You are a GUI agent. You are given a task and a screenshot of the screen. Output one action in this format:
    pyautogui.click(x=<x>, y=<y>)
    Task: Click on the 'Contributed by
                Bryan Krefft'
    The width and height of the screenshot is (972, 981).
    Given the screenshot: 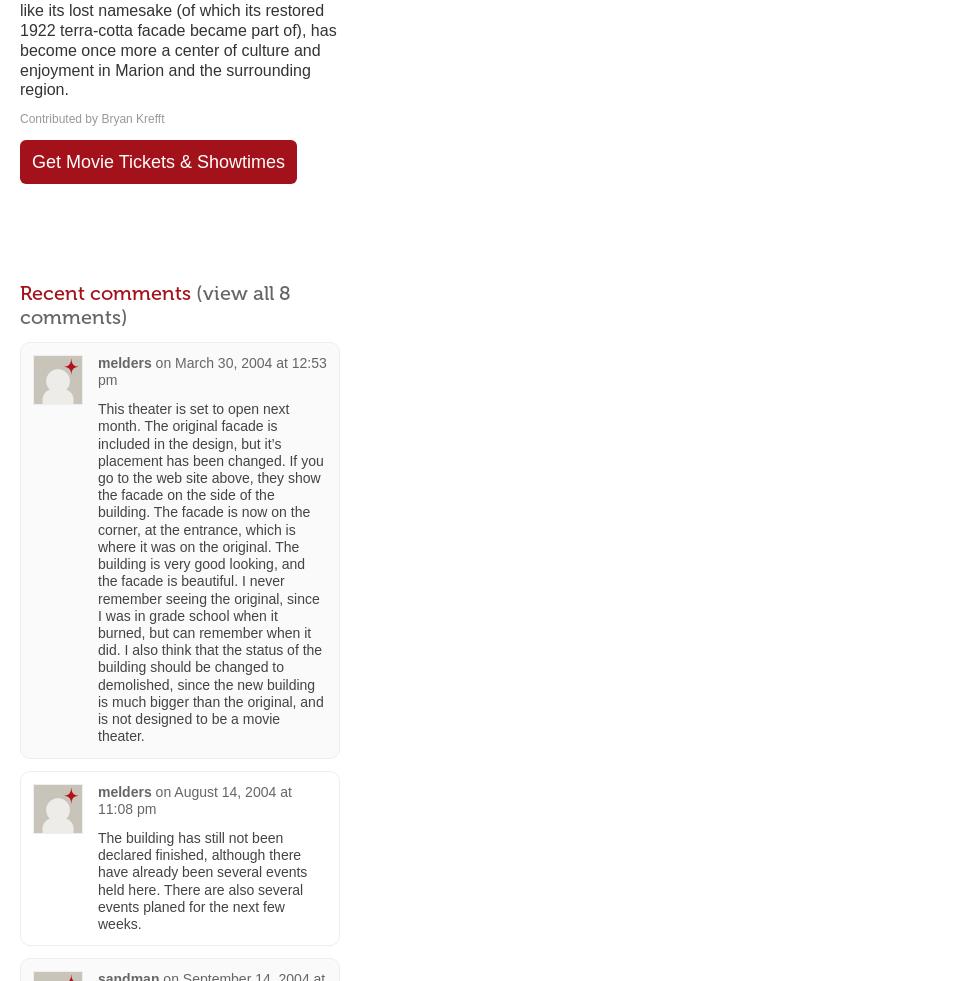 What is the action you would take?
    pyautogui.click(x=91, y=117)
    